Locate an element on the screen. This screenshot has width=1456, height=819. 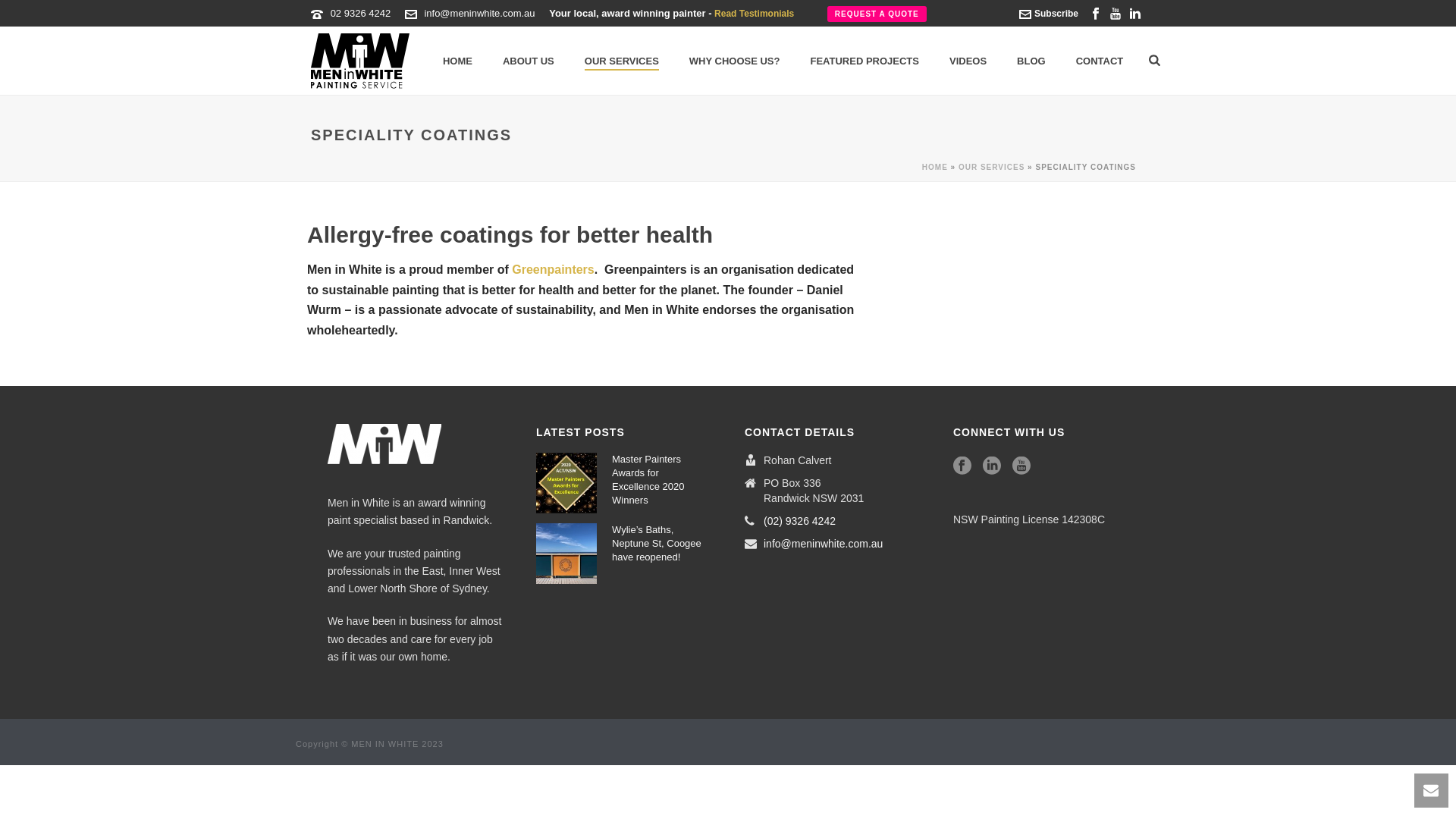
'Follow Us on facebook' is located at coordinates (961, 465).